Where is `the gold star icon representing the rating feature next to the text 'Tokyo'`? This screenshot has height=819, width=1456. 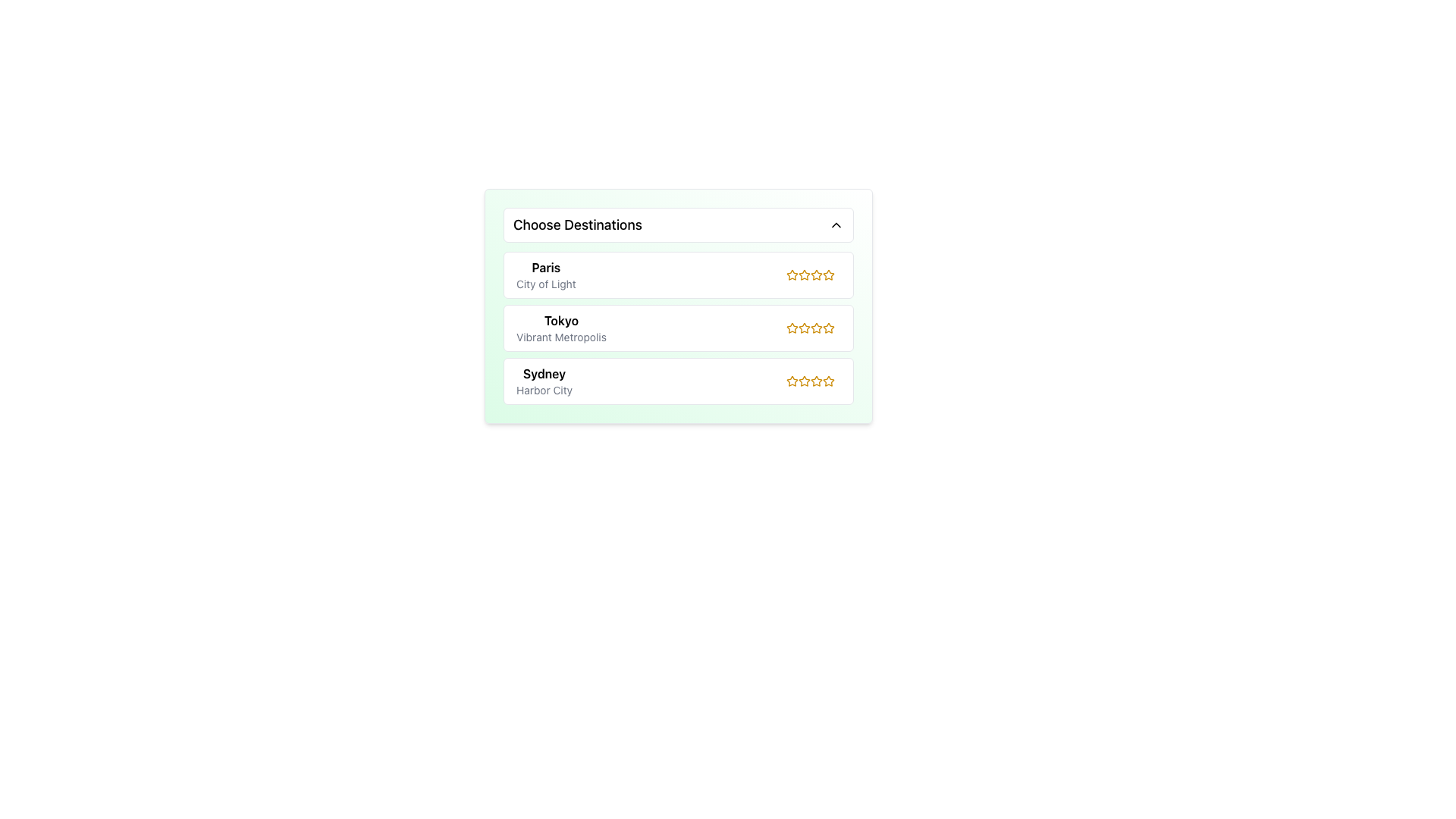 the gold star icon representing the rating feature next to the text 'Tokyo' is located at coordinates (792, 327).